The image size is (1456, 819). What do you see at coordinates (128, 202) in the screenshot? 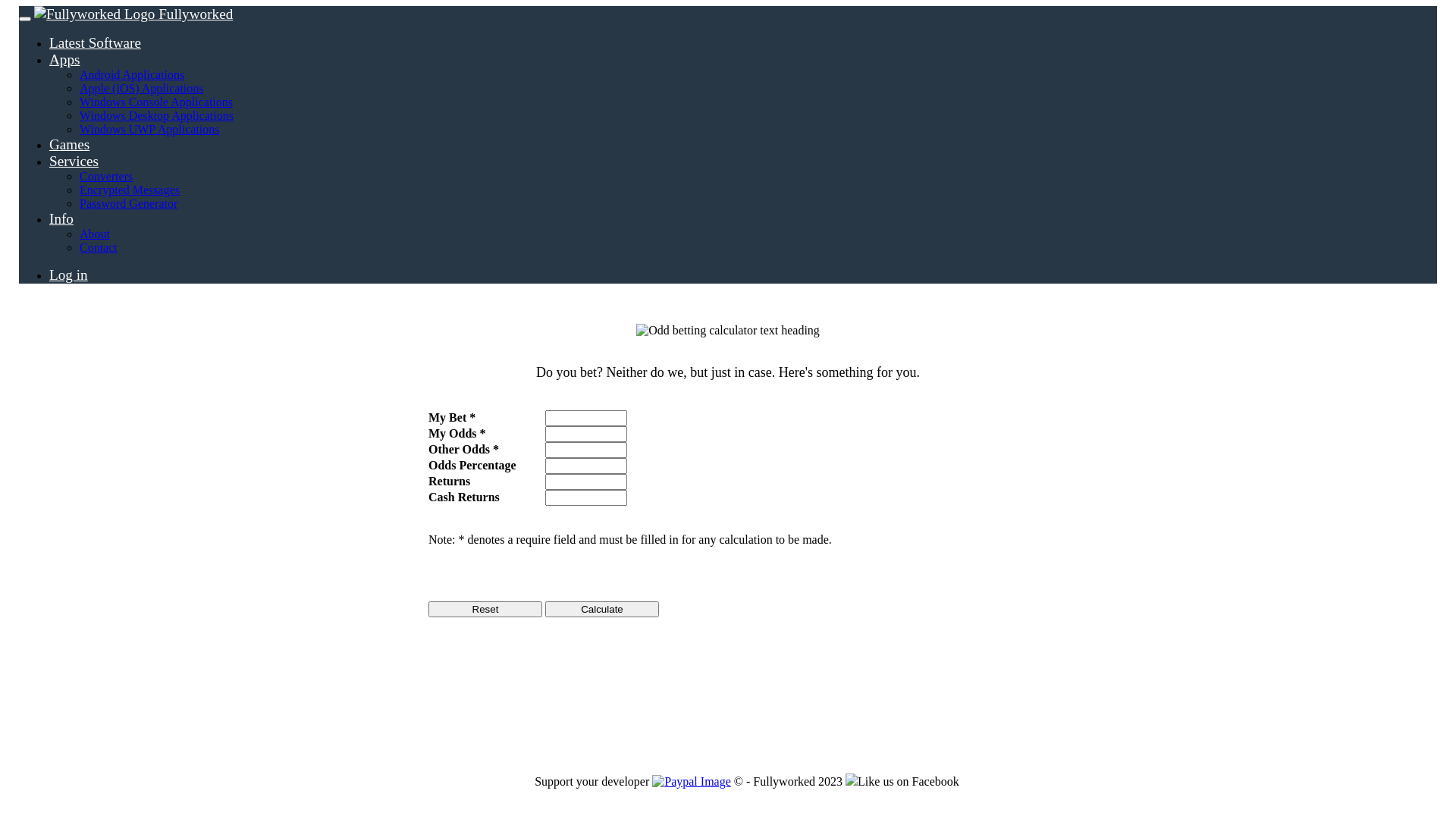
I see `'Password Generator'` at bounding box center [128, 202].